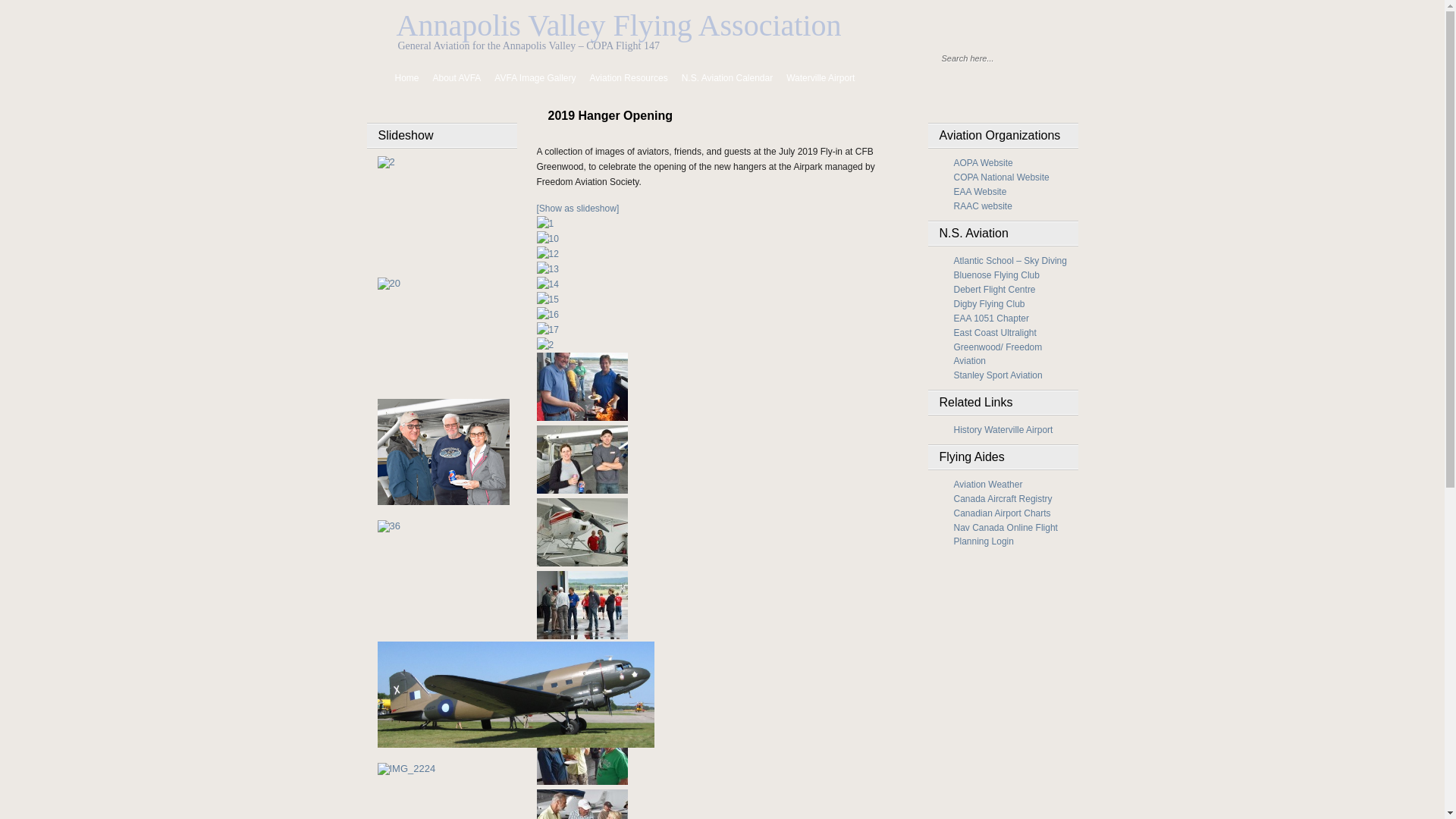  What do you see at coordinates (537, 208) in the screenshot?
I see `'[Show as slideshow]'` at bounding box center [537, 208].